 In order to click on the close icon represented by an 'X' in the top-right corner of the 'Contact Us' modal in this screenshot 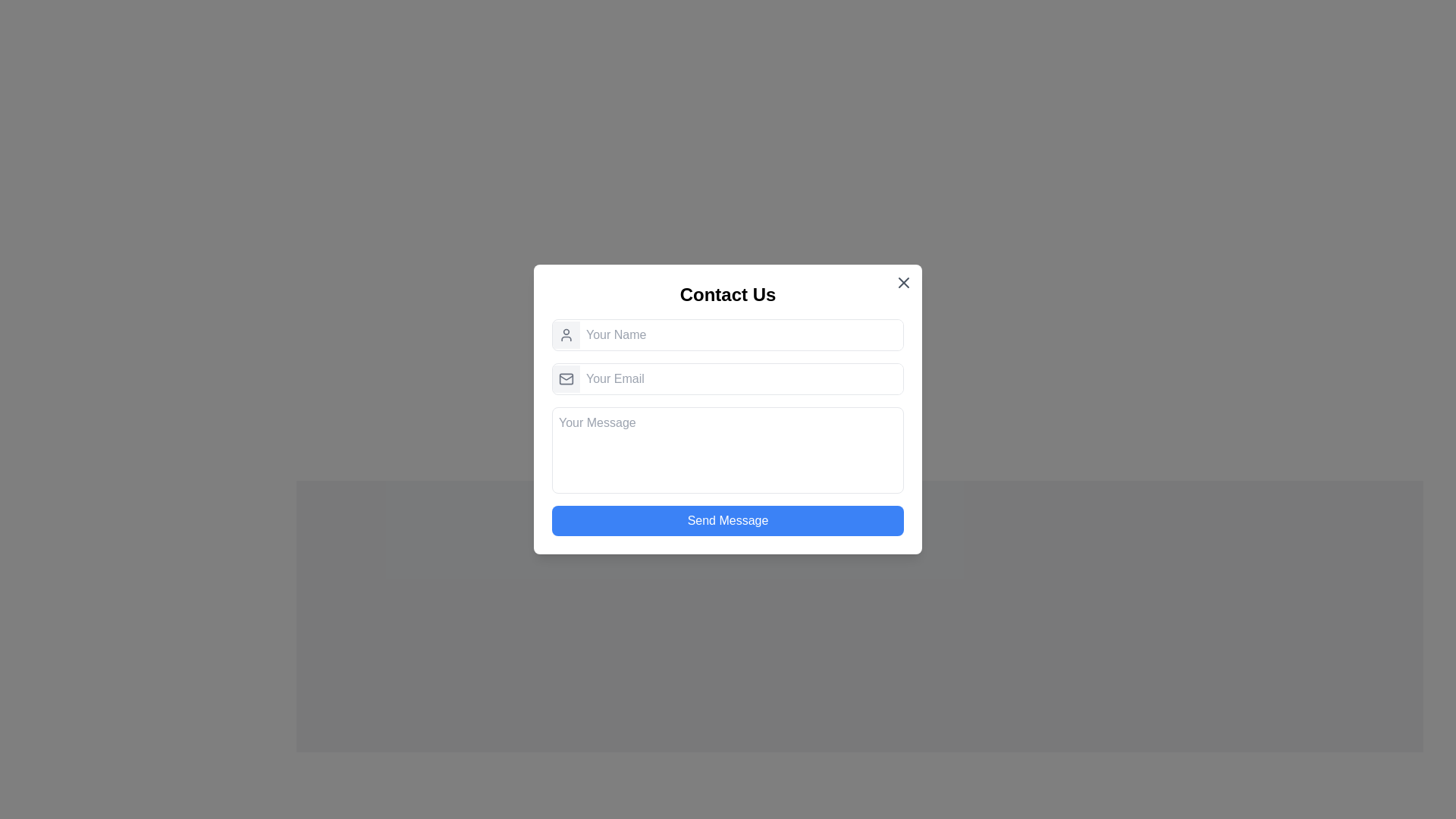, I will do `click(903, 283)`.